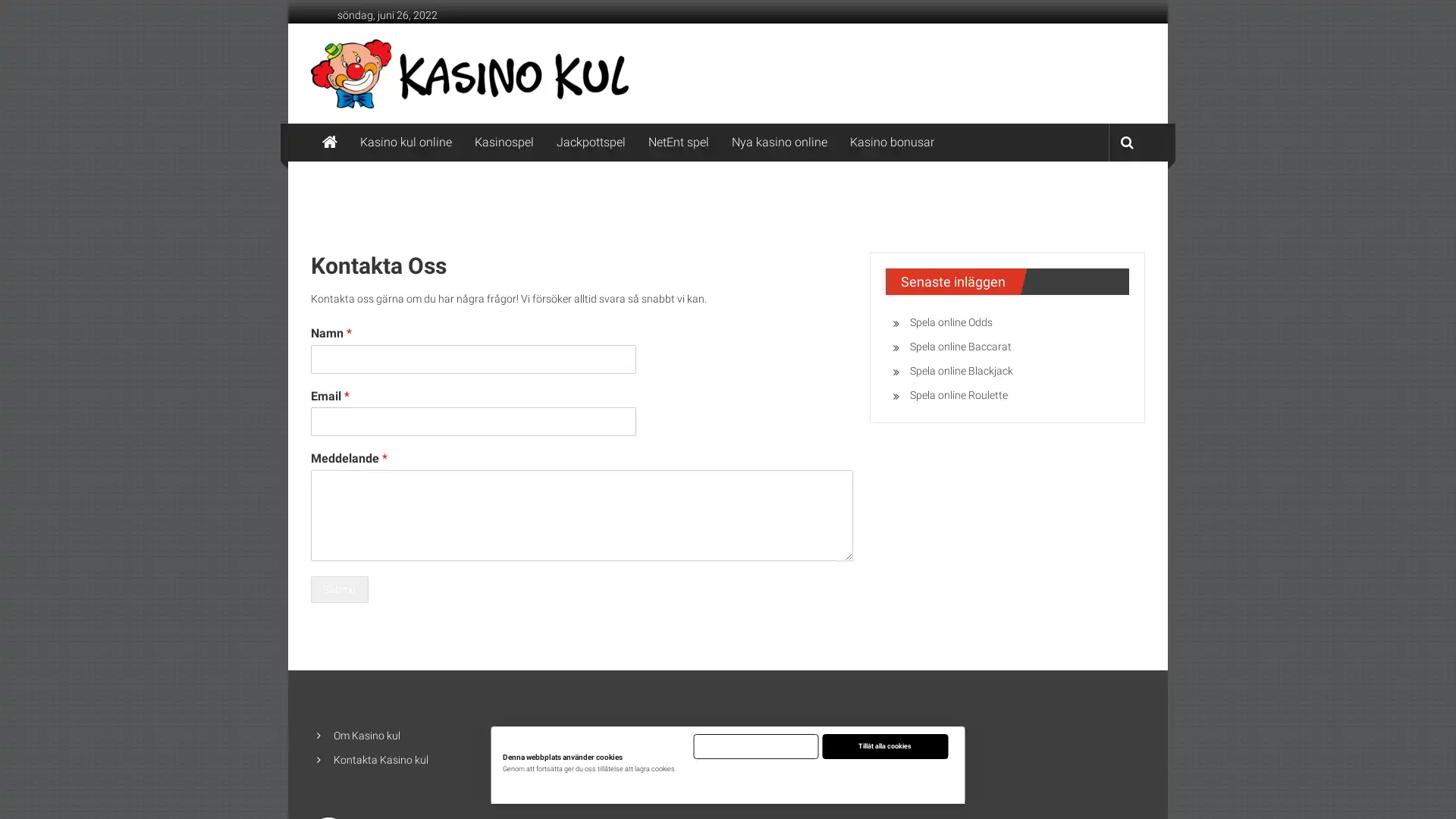 This screenshot has height=819, width=1456. I want to click on Justera installningar, so click(819, 779).